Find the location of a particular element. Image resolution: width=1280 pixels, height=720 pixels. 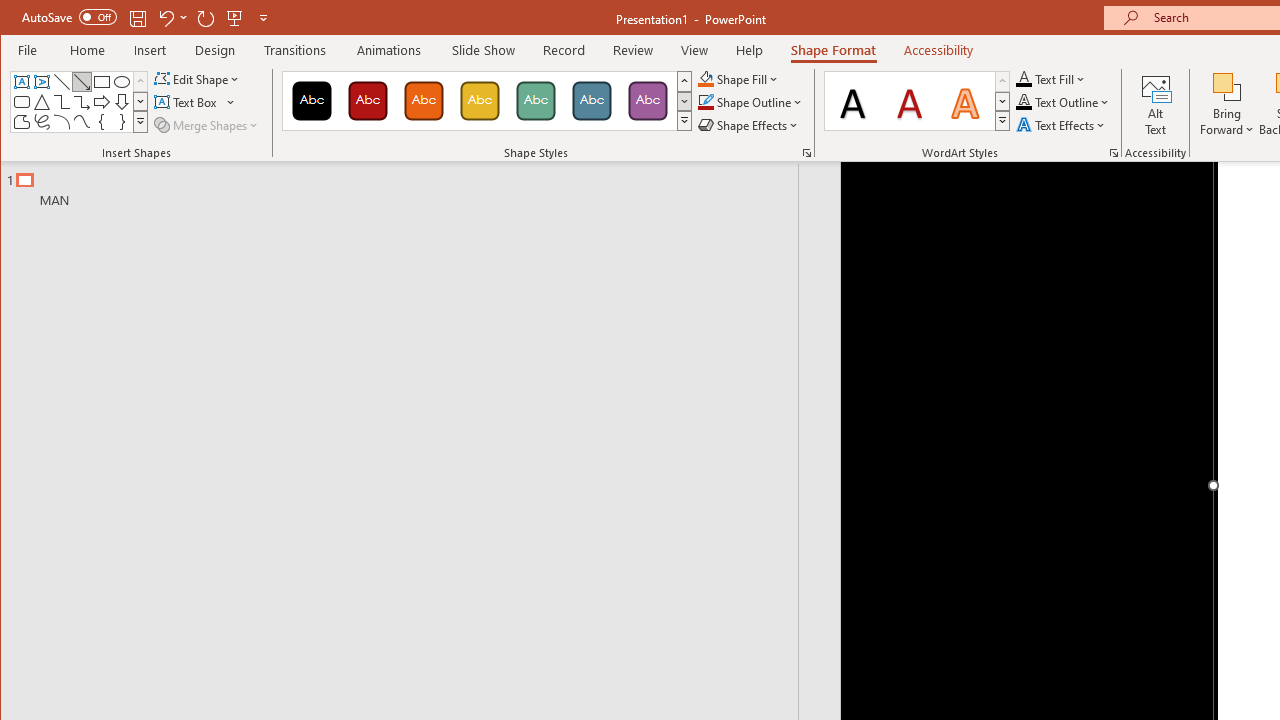

'Arrow: Right' is located at coordinates (101, 102).